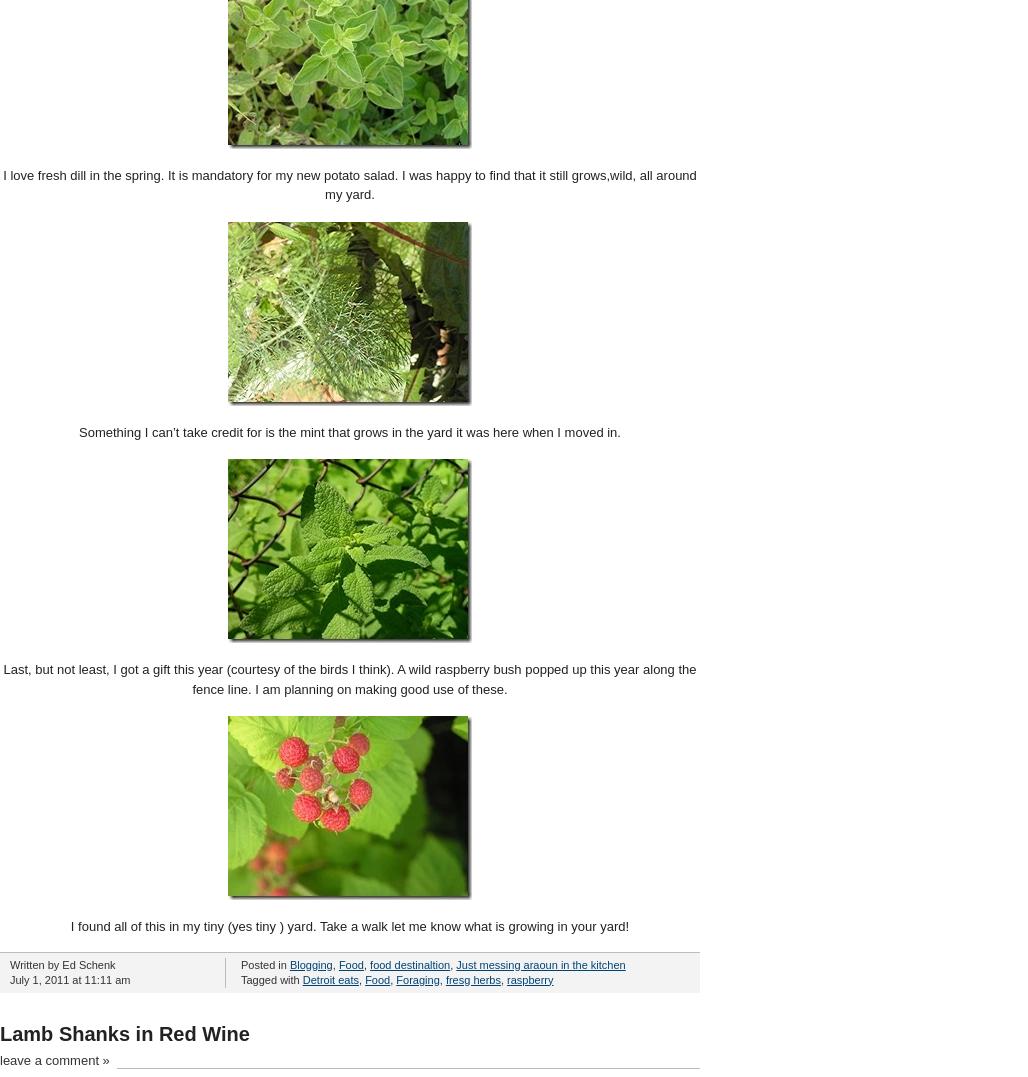 The image size is (1028, 1077). Describe the element at coordinates (409, 964) in the screenshot. I see `'food destinaltion'` at that location.